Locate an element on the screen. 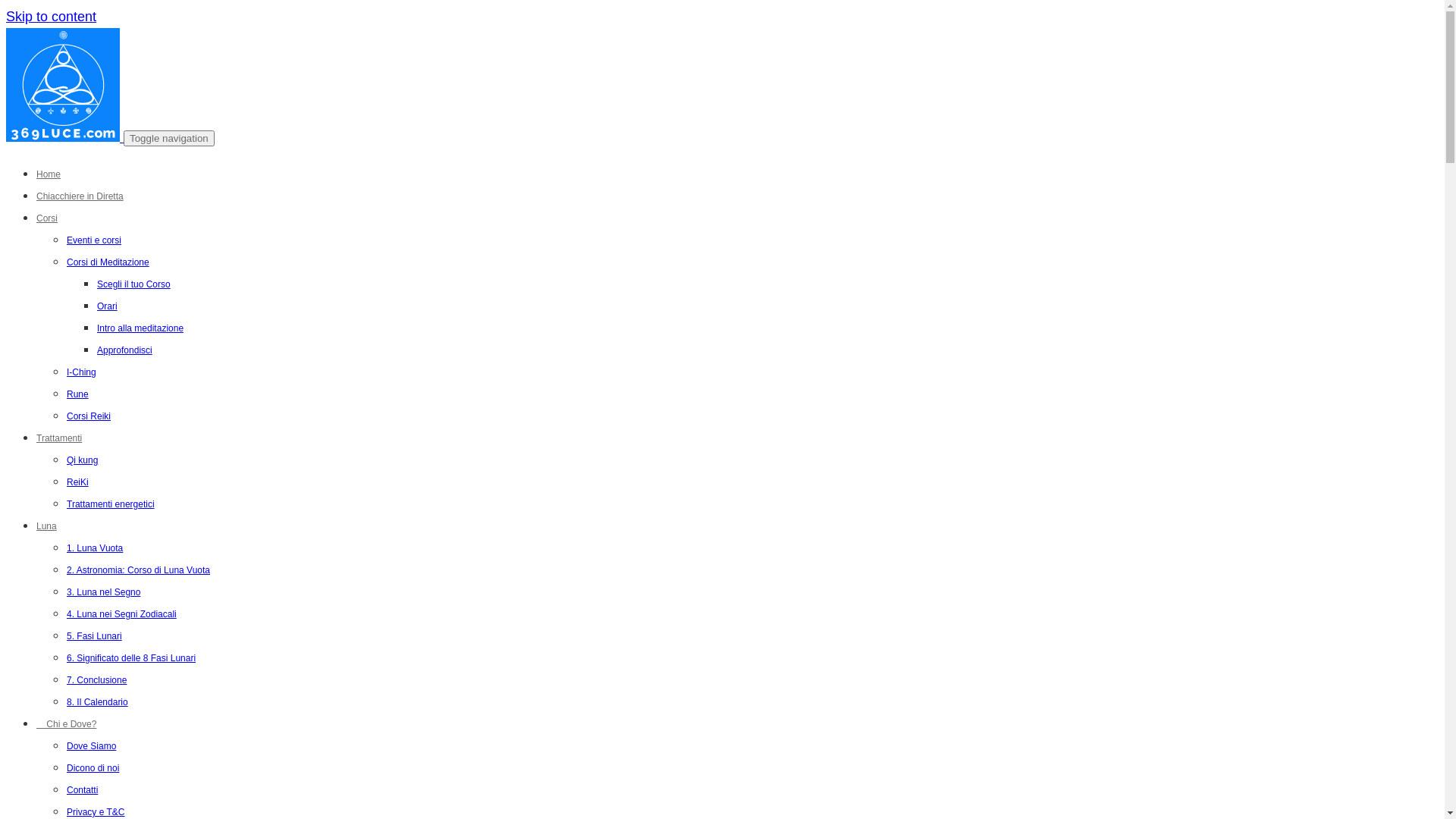 The image size is (1456, 819). 'Scegli il tuo Corso' is located at coordinates (133, 284).